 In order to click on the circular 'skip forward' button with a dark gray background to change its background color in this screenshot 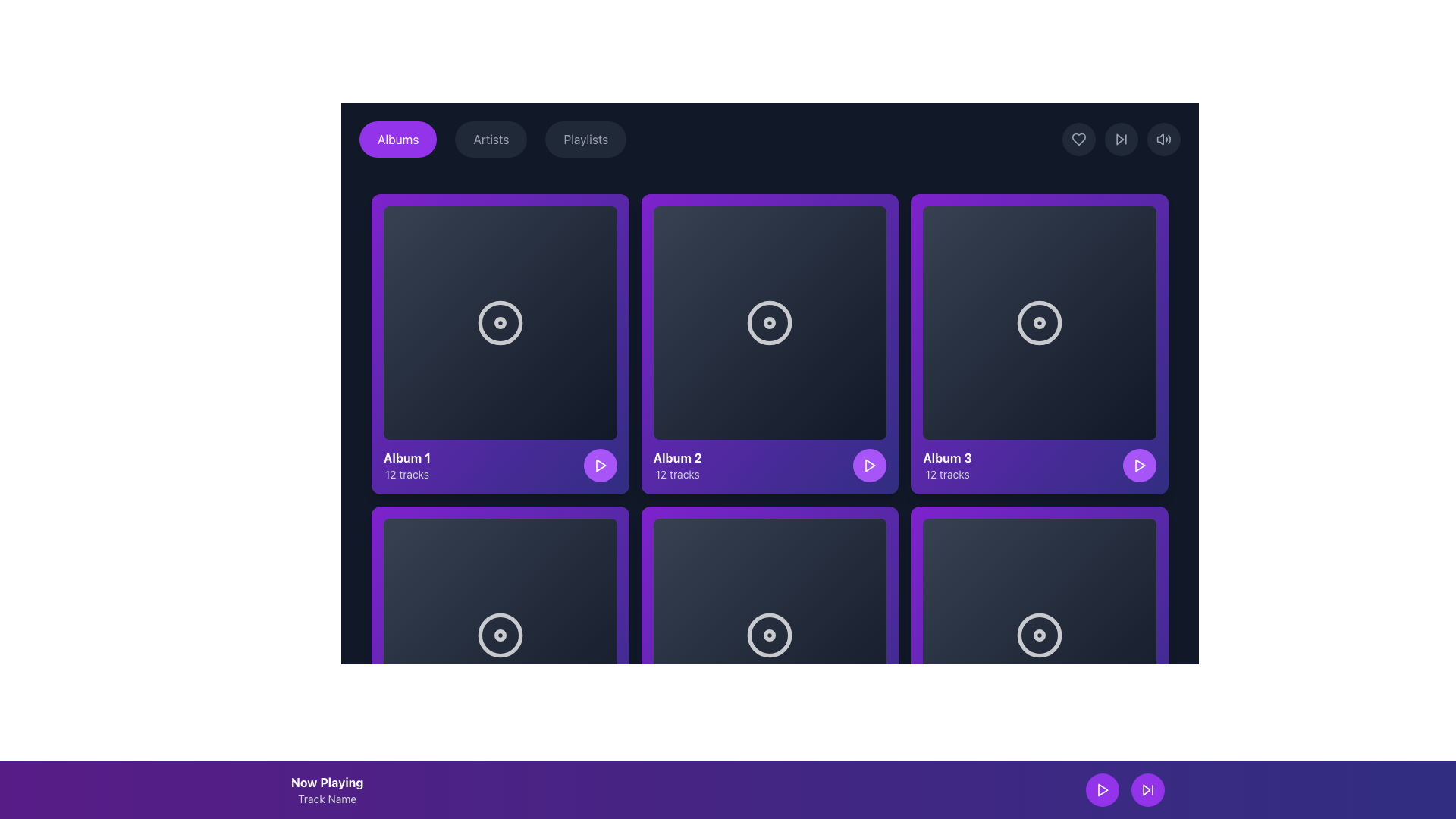, I will do `click(1121, 140)`.